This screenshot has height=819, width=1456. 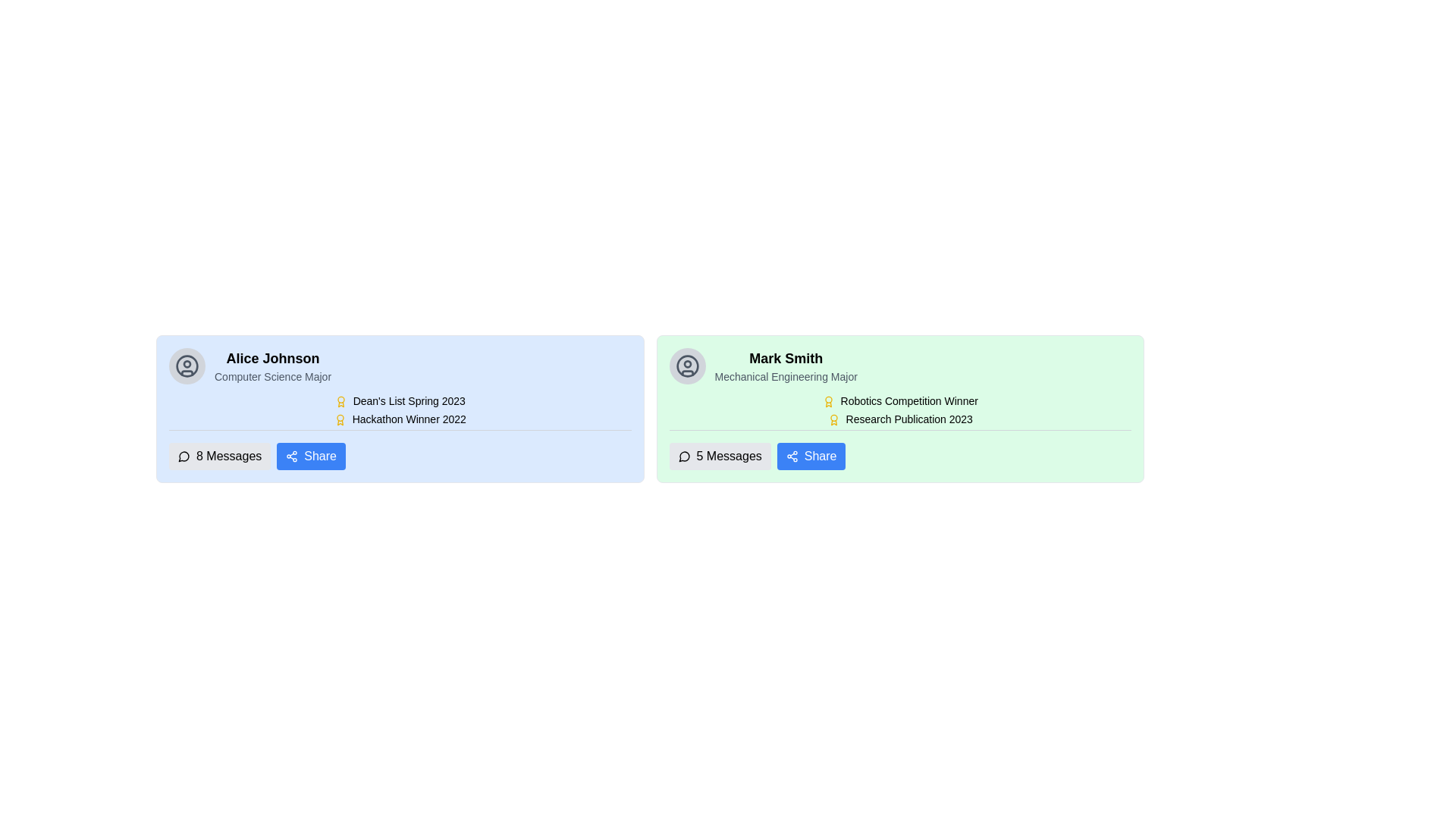 I want to click on the award icon representing 'Research Publication 2023' located to the left of the corresponding text within Mark Smith's profile card, so click(x=833, y=420).